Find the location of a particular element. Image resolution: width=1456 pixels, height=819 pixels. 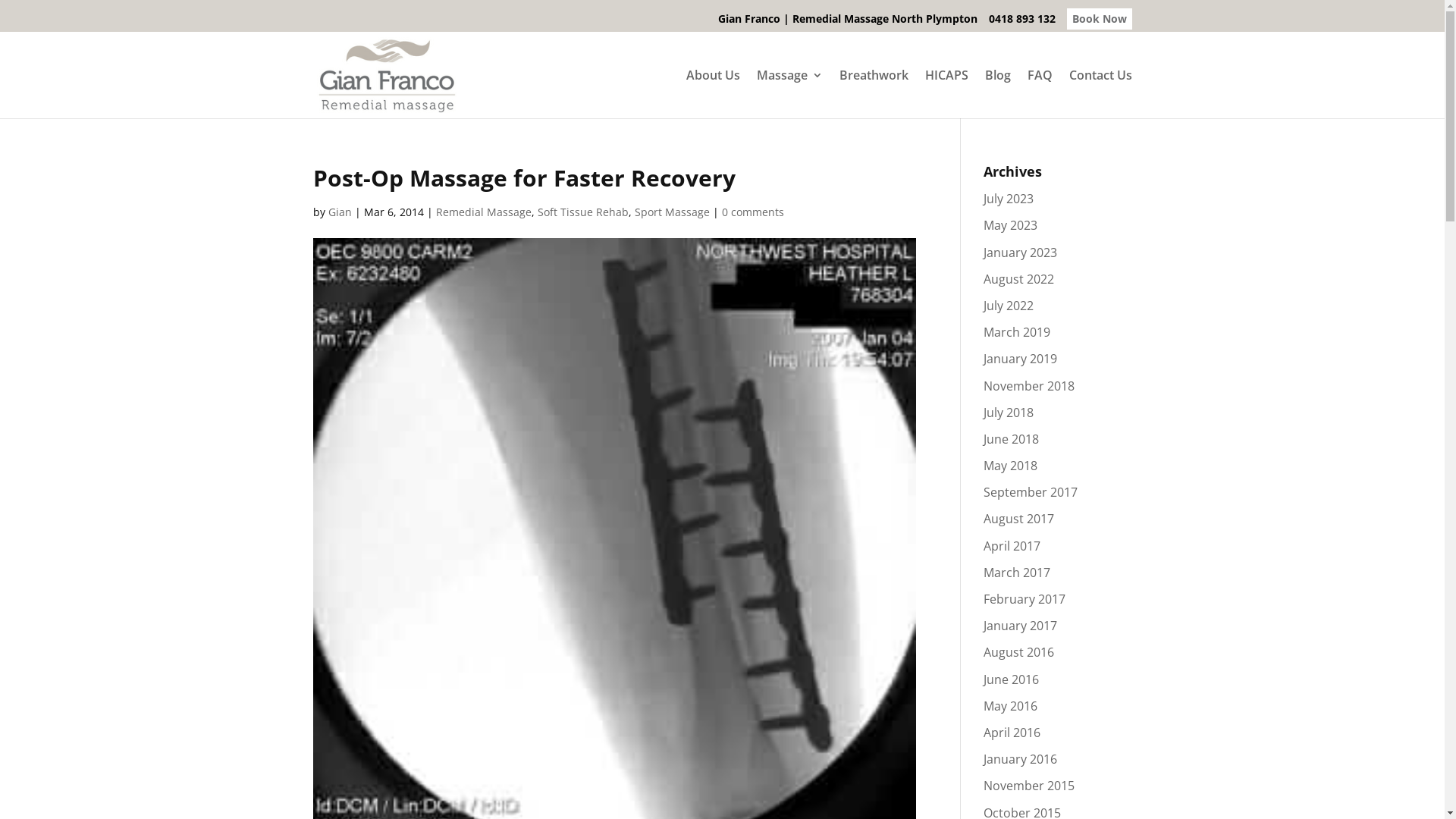

'Breathwork' is located at coordinates (837, 93).